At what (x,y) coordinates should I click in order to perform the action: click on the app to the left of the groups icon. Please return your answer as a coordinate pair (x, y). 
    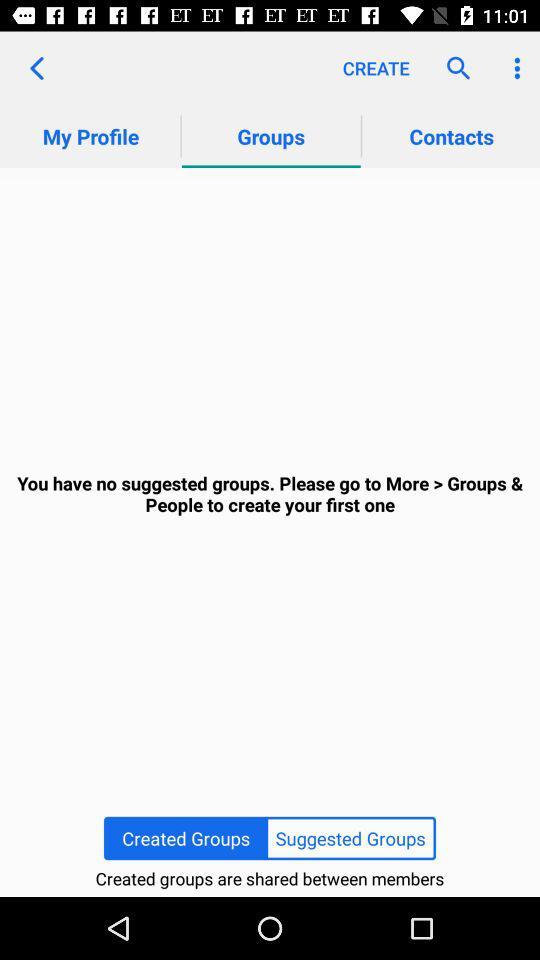
    Looking at the image, I should click on (36, 68).